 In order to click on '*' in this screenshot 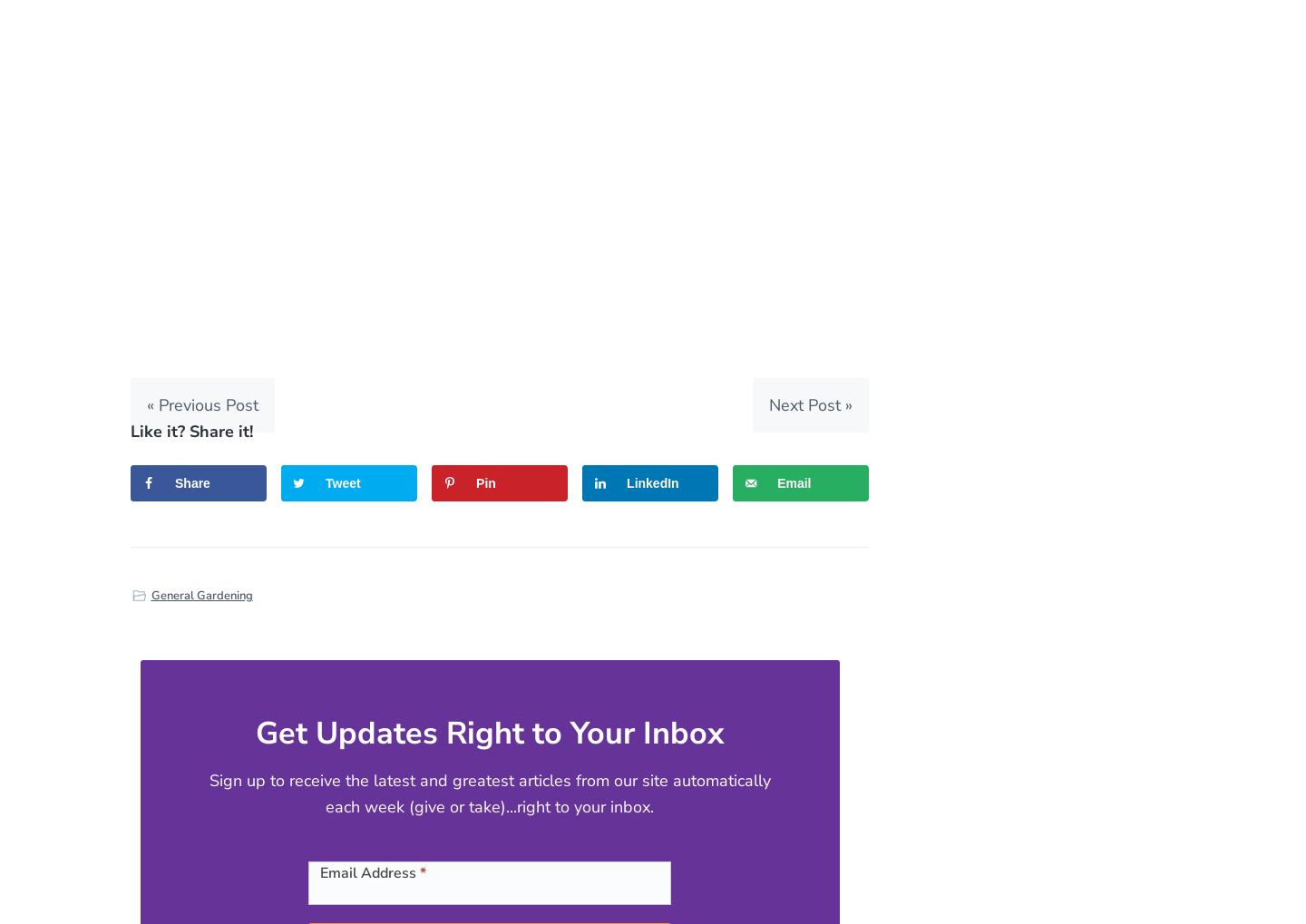, I will do `click(423, 871)`.